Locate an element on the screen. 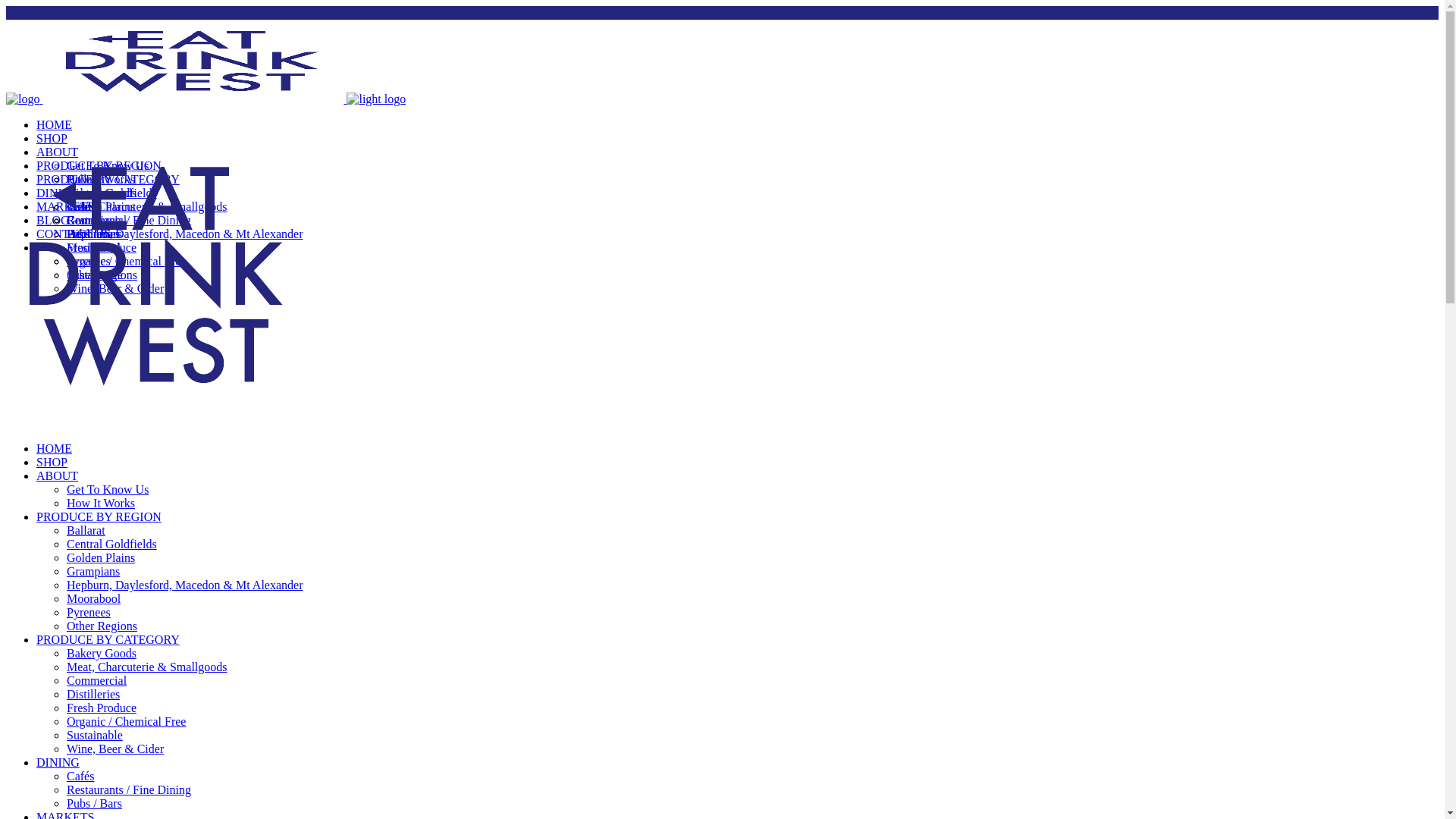  'DINING' is located at coordinates (58, 762).